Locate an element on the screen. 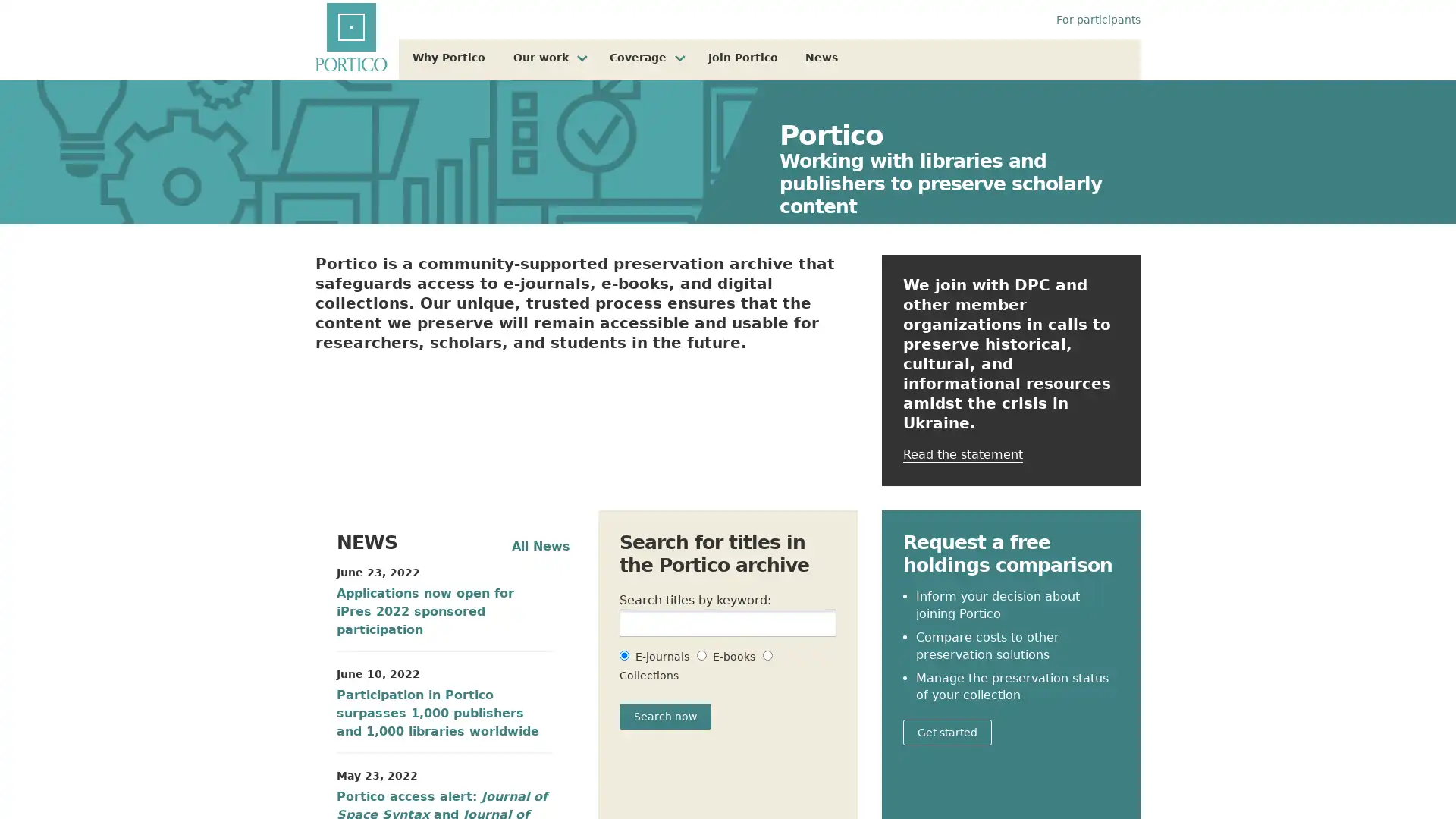  Close is located at coordinates (1430, 770).